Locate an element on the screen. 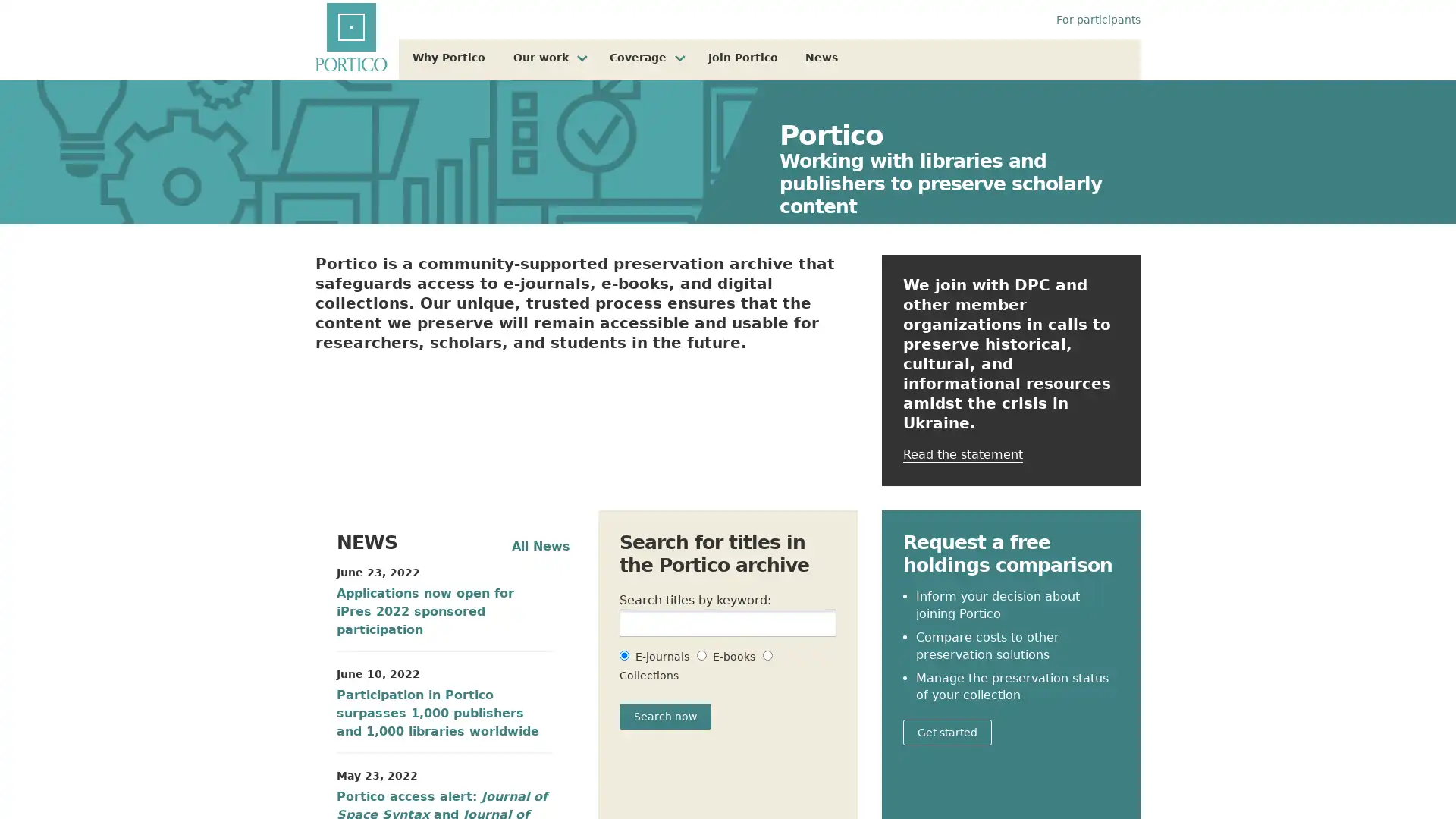  Close is located at coordinates (1430, 770).